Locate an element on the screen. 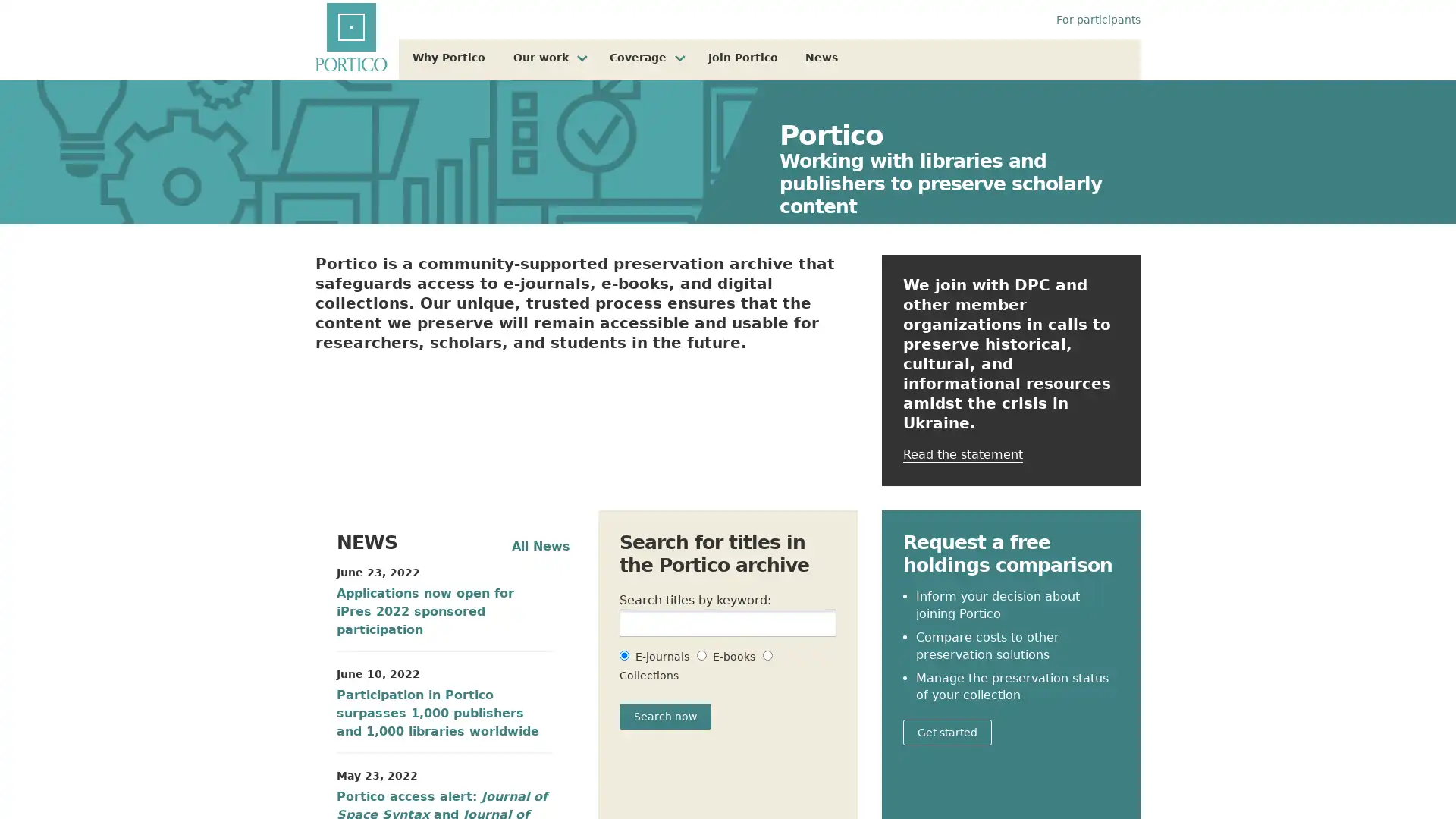  Close is located at coordinates (1430, 770).